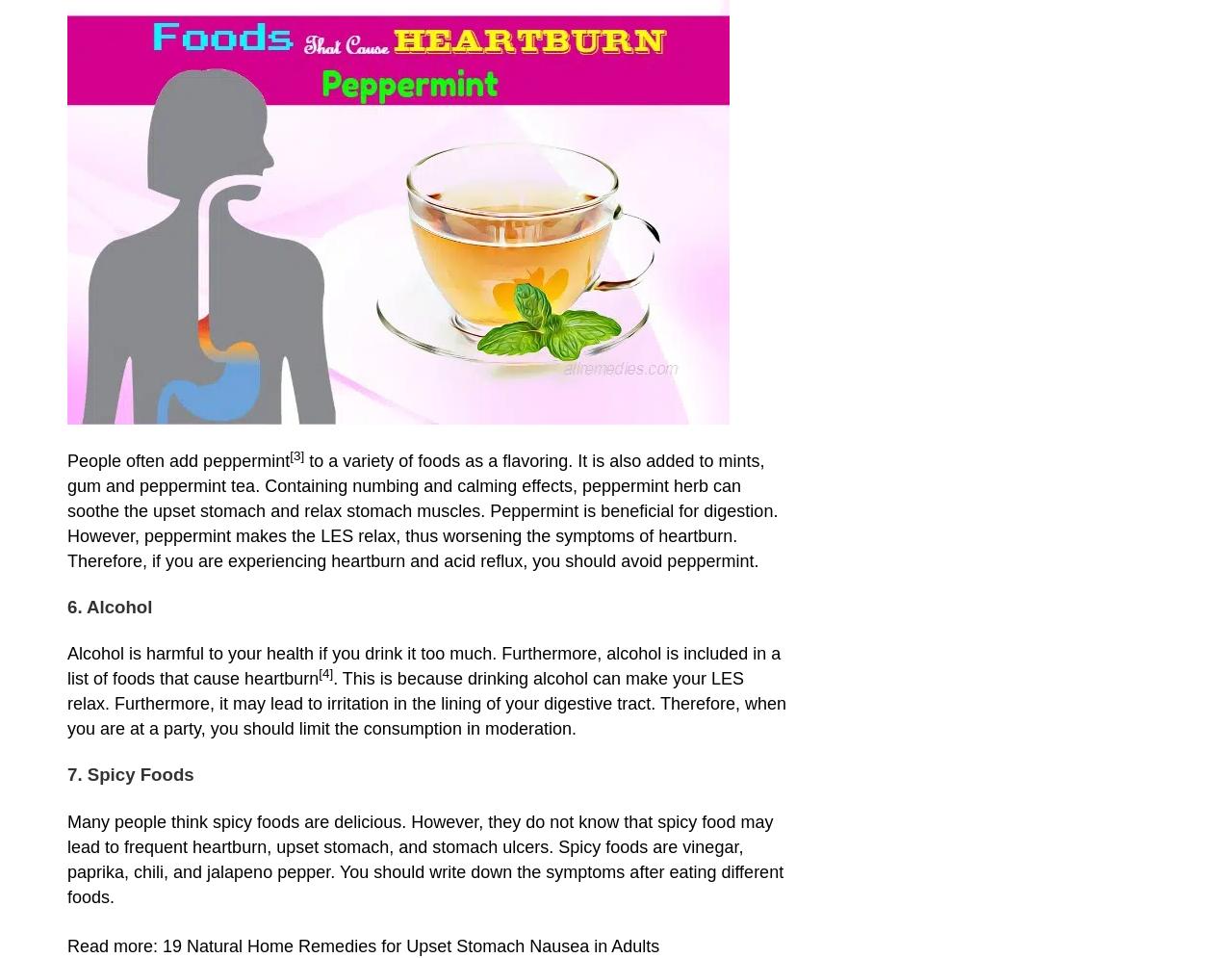  Describe the element at coordinates (325, 673) in the screenshot. I see `'[4]'` at that location.